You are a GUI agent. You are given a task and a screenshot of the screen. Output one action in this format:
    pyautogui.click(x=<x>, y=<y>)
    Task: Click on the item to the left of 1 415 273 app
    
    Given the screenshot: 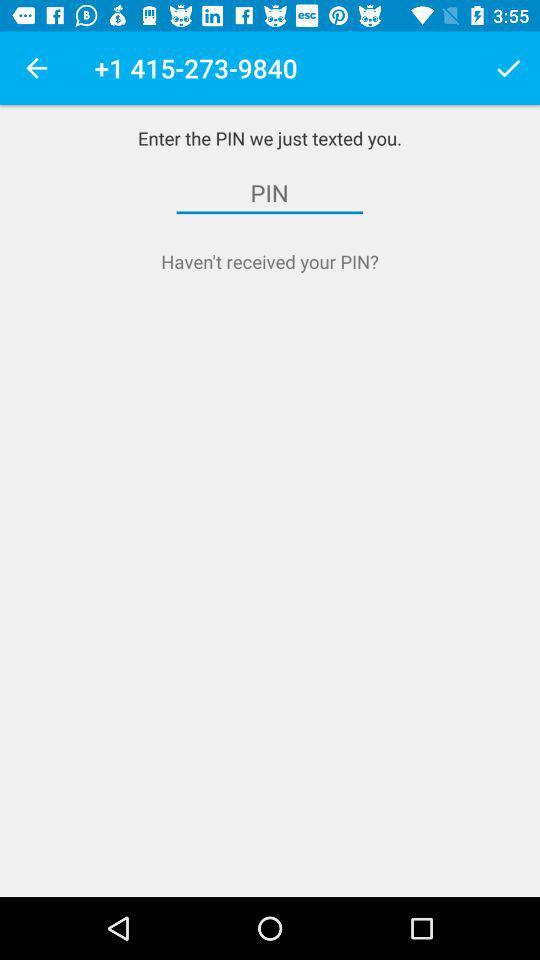 What is the action you would take?
    pyautogui.click(x=36, y=68)
    